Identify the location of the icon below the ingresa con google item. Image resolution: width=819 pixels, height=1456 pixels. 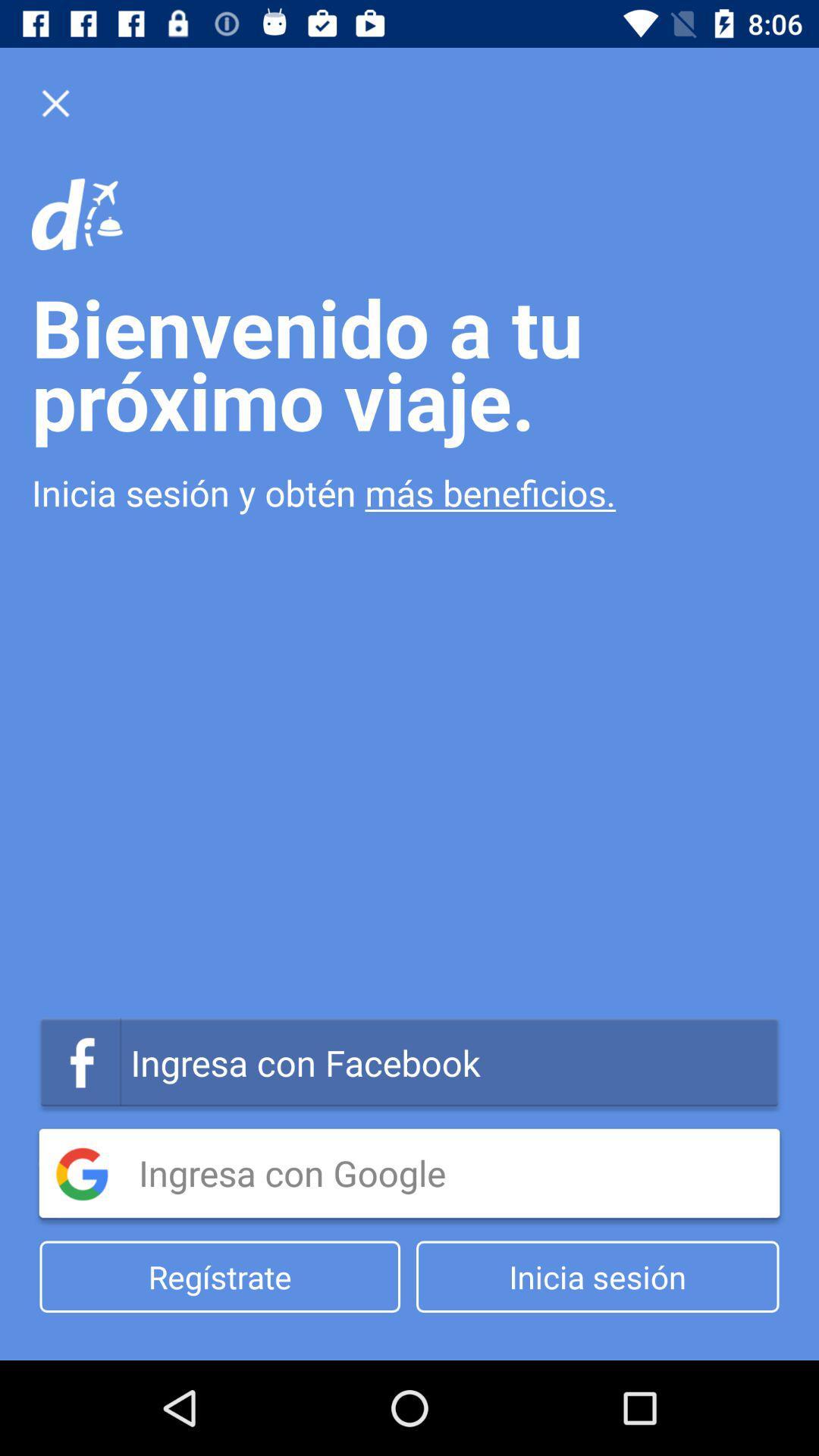
(220, 1276).